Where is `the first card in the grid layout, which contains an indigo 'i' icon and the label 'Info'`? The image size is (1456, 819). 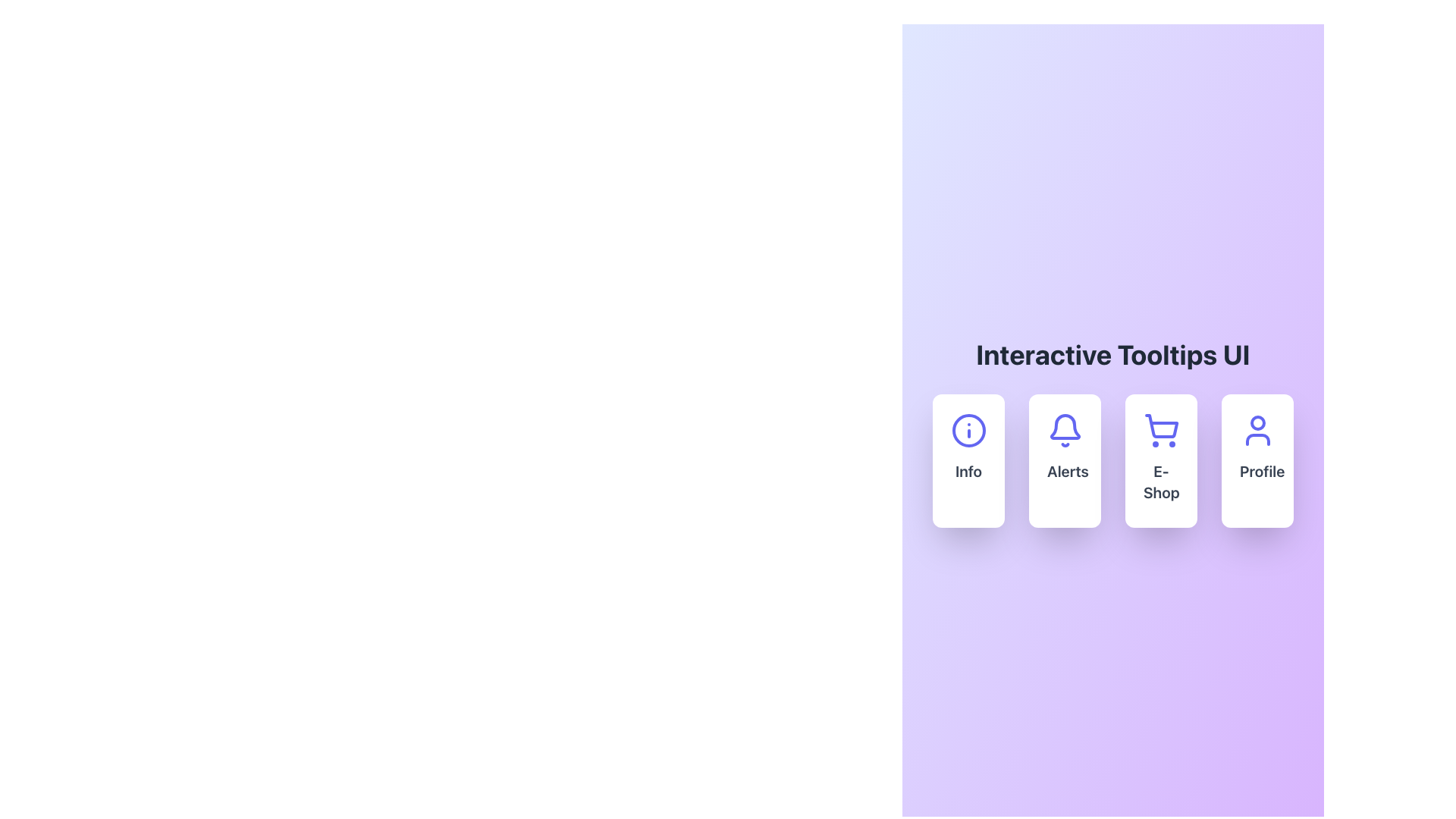 the first card in the grid layout, which contains an indigo 'i' icon and the label 'Info' is located at coordinates (968, 460).